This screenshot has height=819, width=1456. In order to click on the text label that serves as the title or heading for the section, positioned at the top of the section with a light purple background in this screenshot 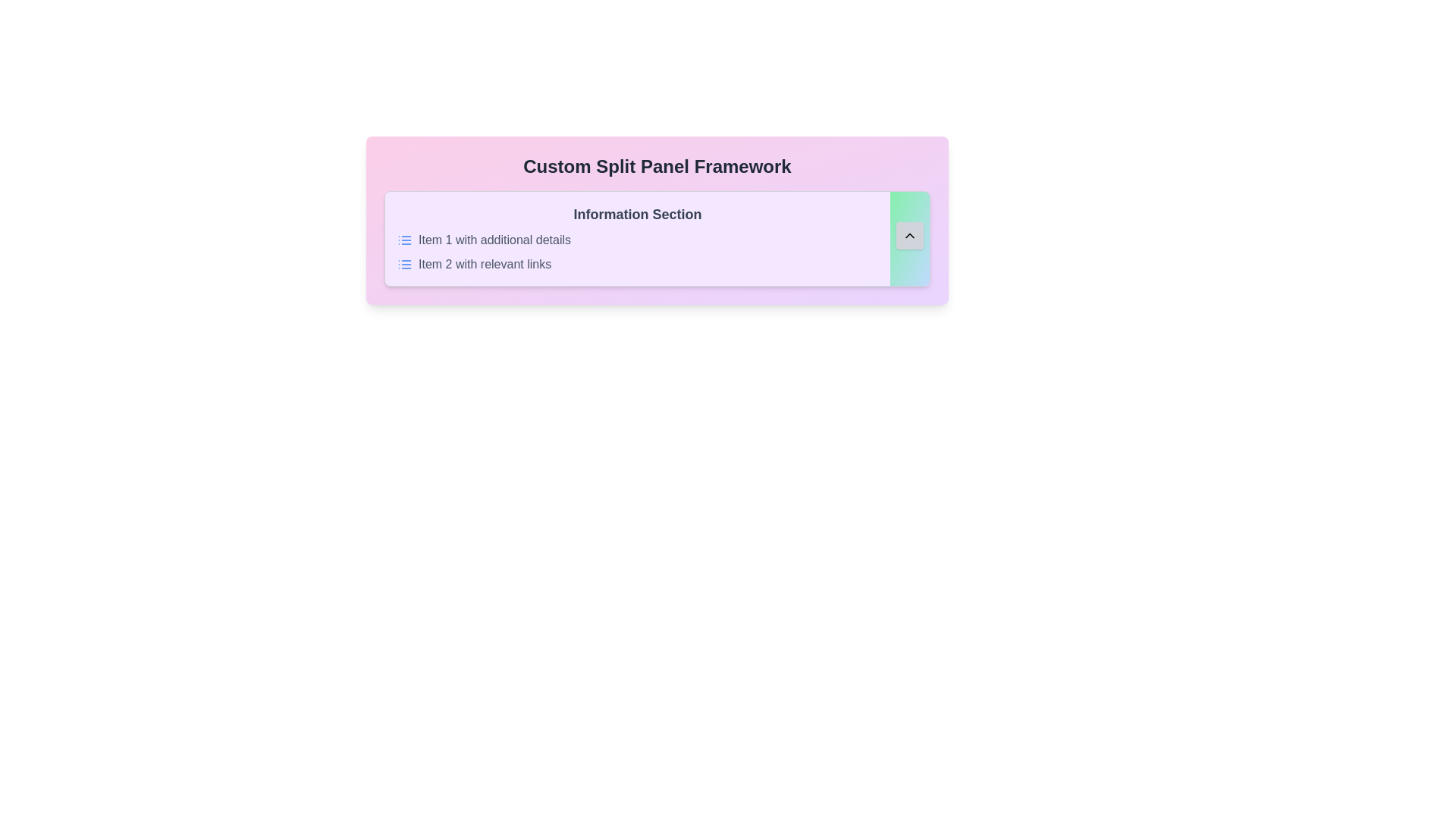, I will do `click(637, 214)`.